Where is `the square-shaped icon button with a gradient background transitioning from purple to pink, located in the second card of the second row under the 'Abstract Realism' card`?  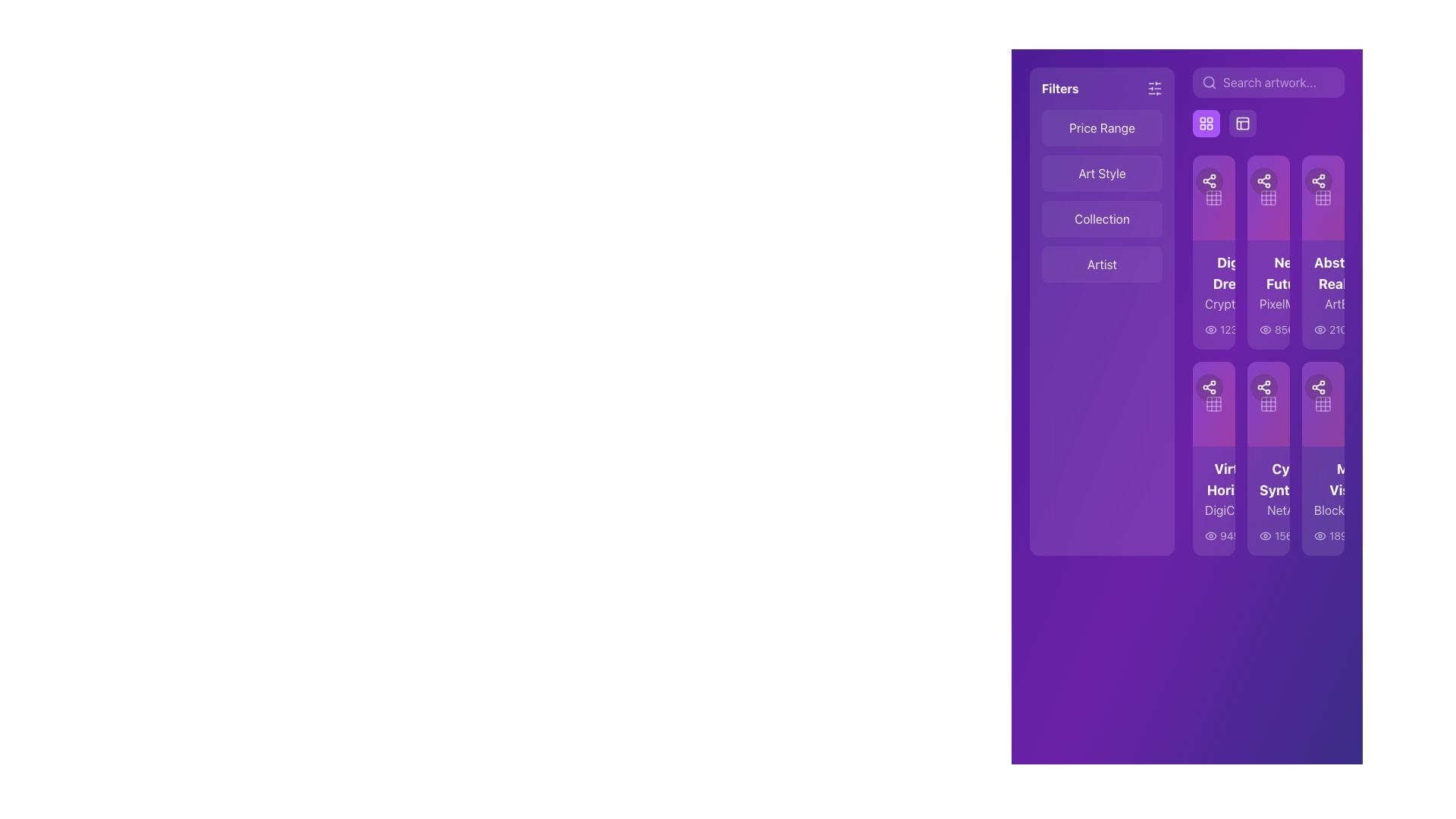 the square-shaped icon button with a gradient background transitioning from purple to pink, located in the second card of the second row under the 'Abstract Realism' card is located at coordinates (1269, 403).